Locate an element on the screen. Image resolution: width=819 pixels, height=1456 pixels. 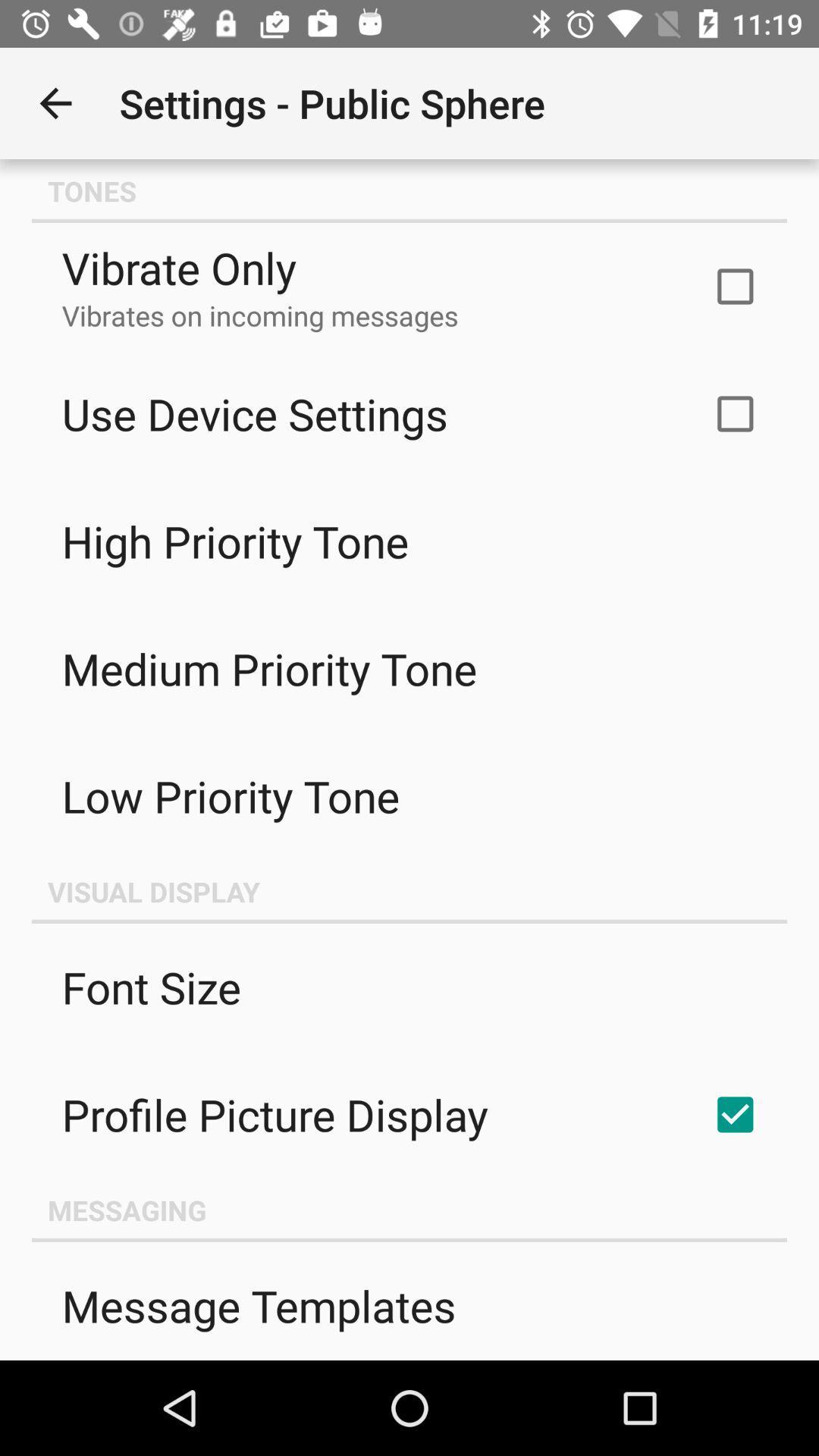
the visual display icon is located at coordinates (409, 892).